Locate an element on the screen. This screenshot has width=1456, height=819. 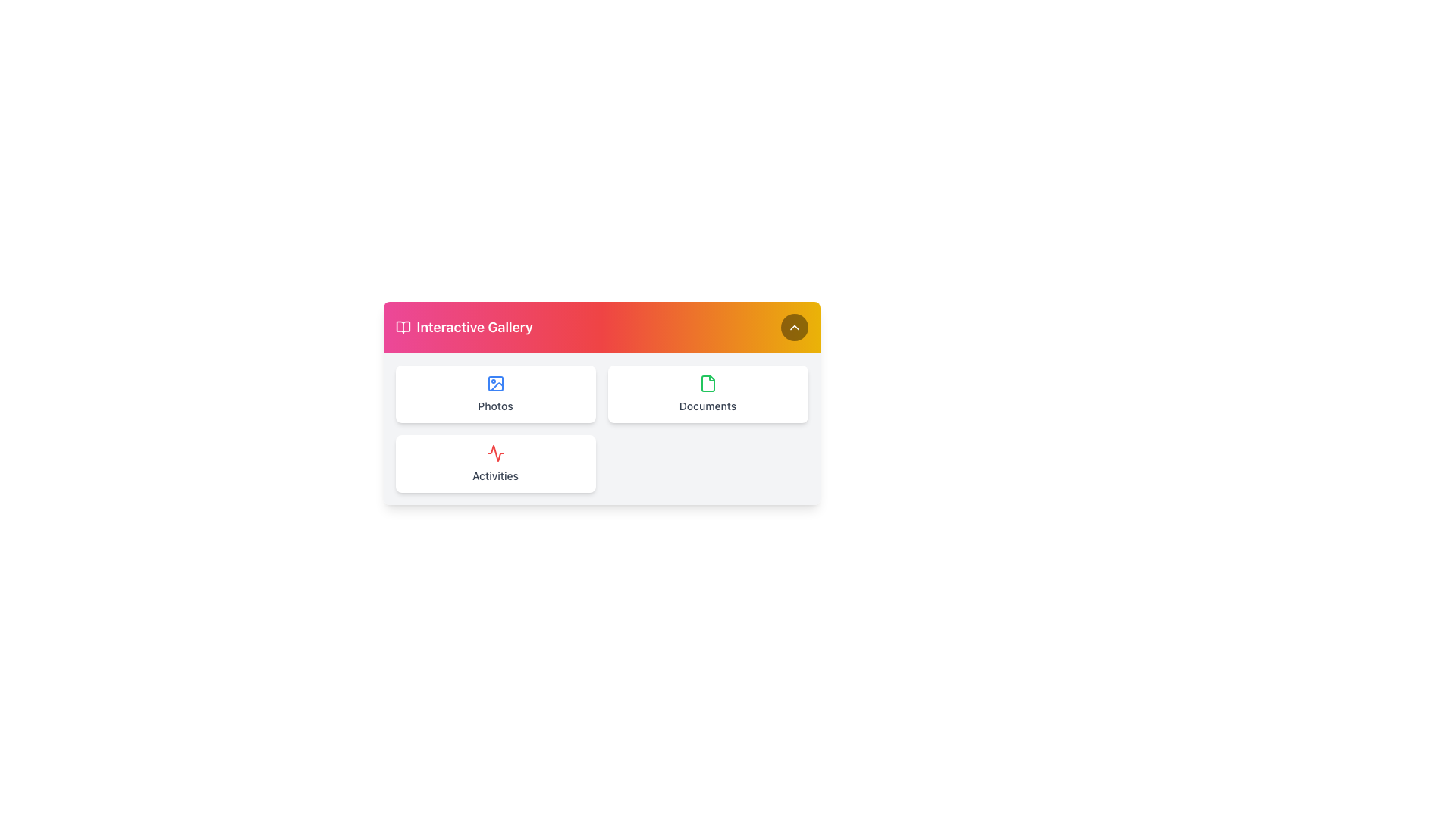
the 'Documents' text label located within the card with a document icon, positioned on the right side of the two-by-two grid layout is located at coordinates (707, 406).